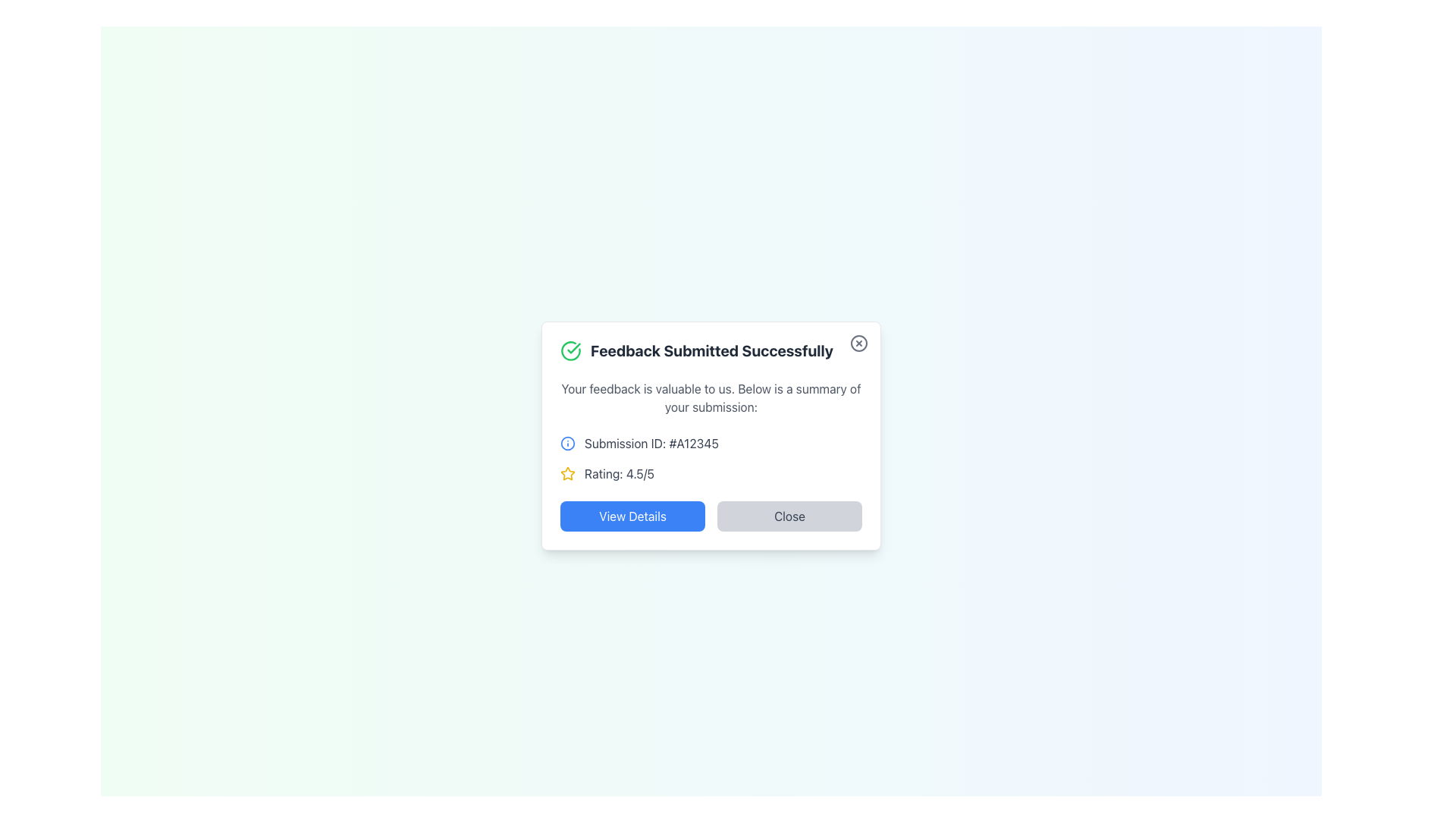  I want to click on the state of the green circular icon with a checkmark located to the left of the text 'Feedback Submitted Successfully' in the notification box, so click(570, 350).